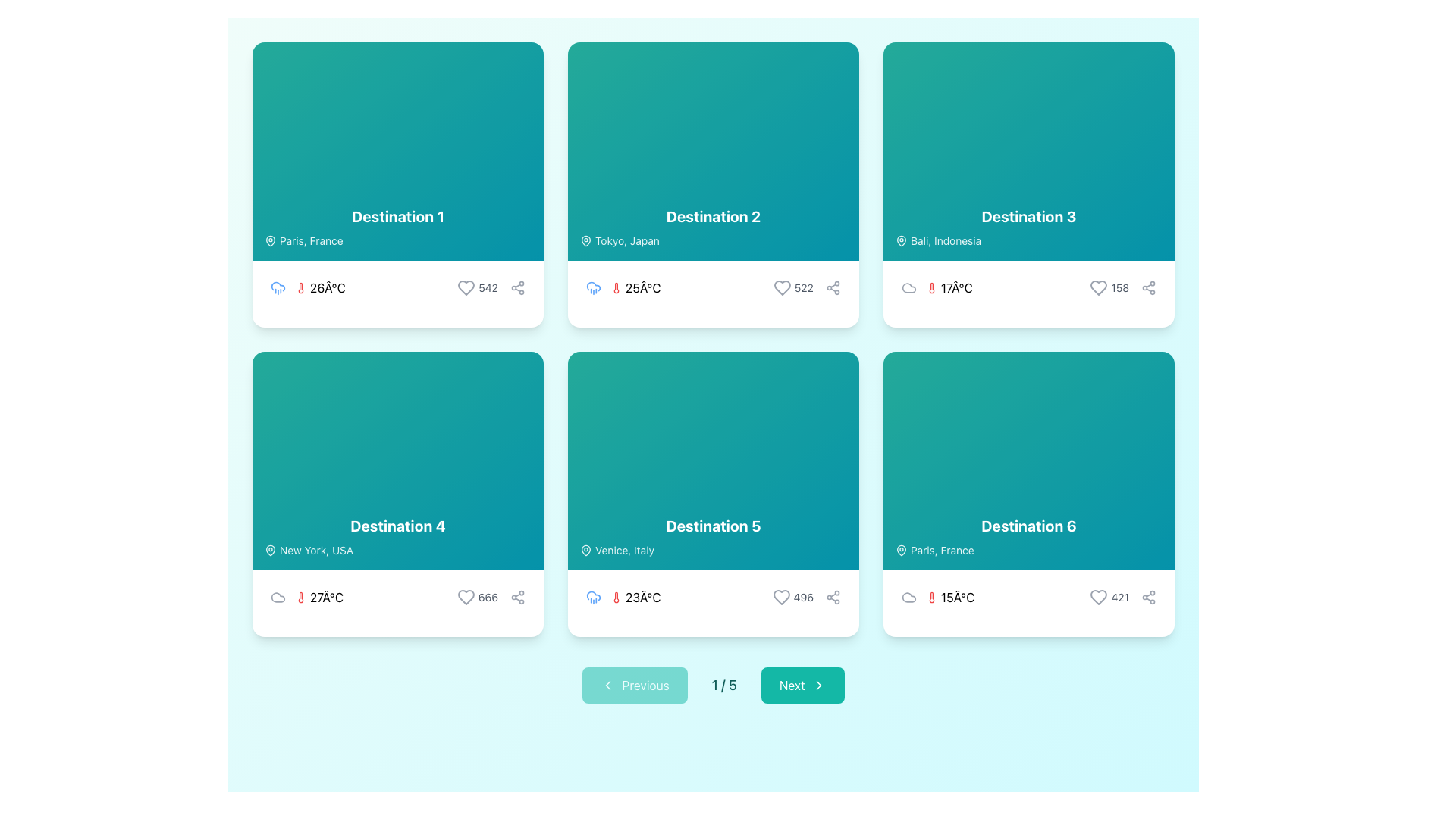 This screenshot has width=1456, height=819. What do you see at coordinates (712, 526) in the screenshot?
I see `the non-interactive Text Label displaying the title of the destination within the fifth card of the second row in a 3x2 grid layout` at bounding box center [712, 526].